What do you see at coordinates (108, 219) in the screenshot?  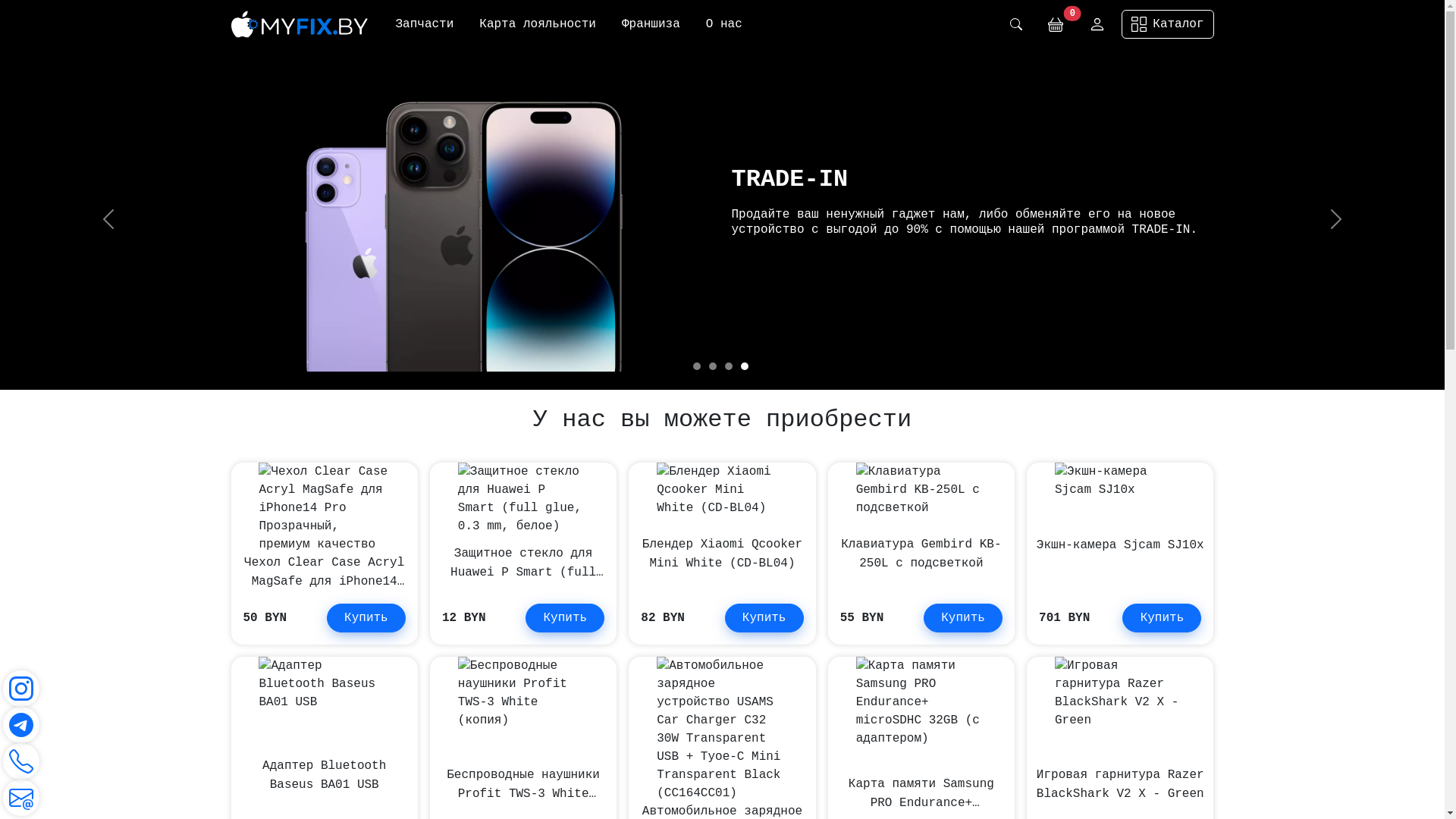 I see `'Previous'` at bounding box center [108, 219].